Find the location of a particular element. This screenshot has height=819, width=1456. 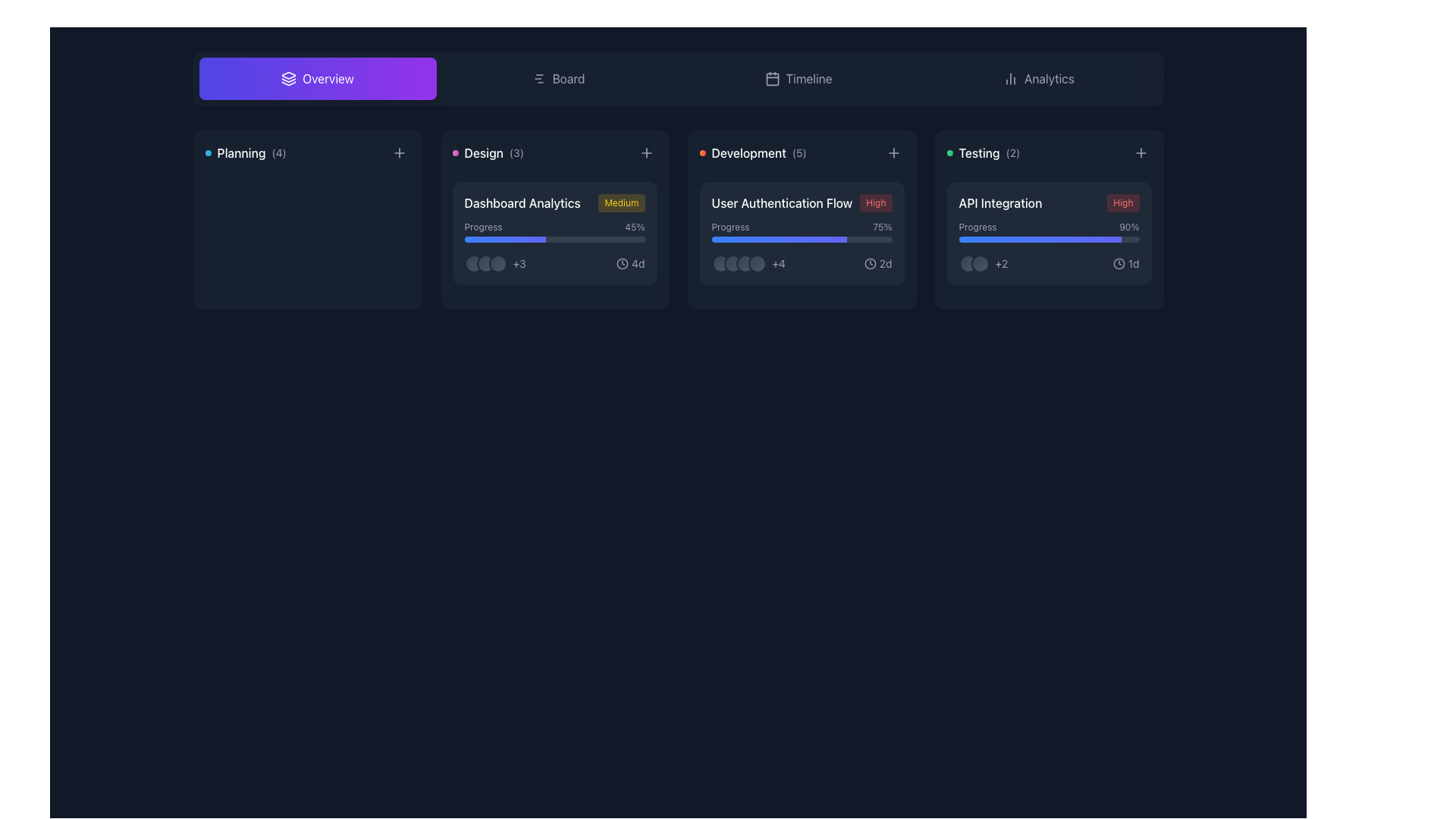

the time icon located in the 'Dashboard Analytics' card under the 'Design' category, positioned directly to the left of the text '4d' is located at coordinates (623, 262).